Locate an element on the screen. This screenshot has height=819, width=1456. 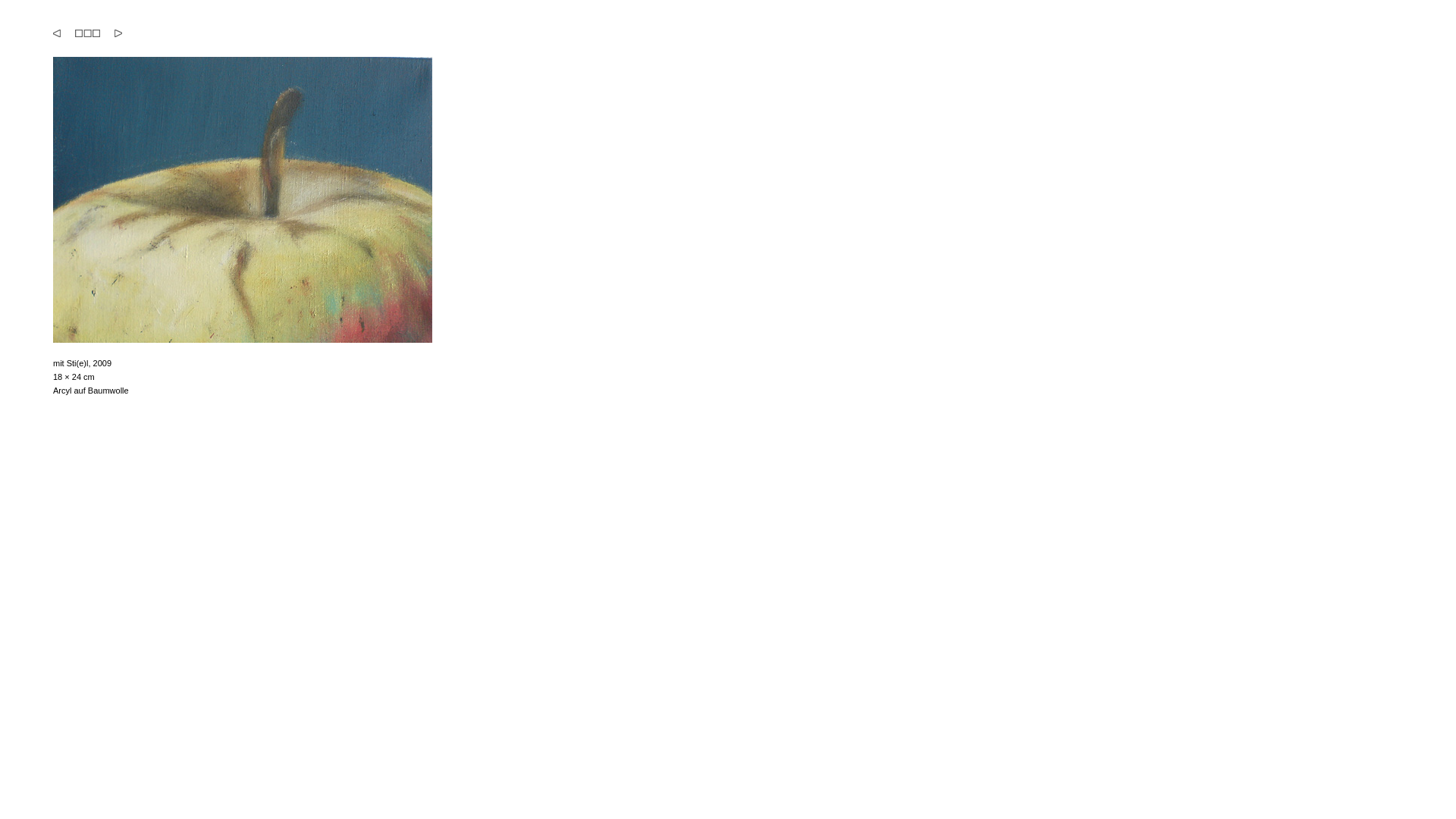
'weiter' is located at coordinates (117, 33).